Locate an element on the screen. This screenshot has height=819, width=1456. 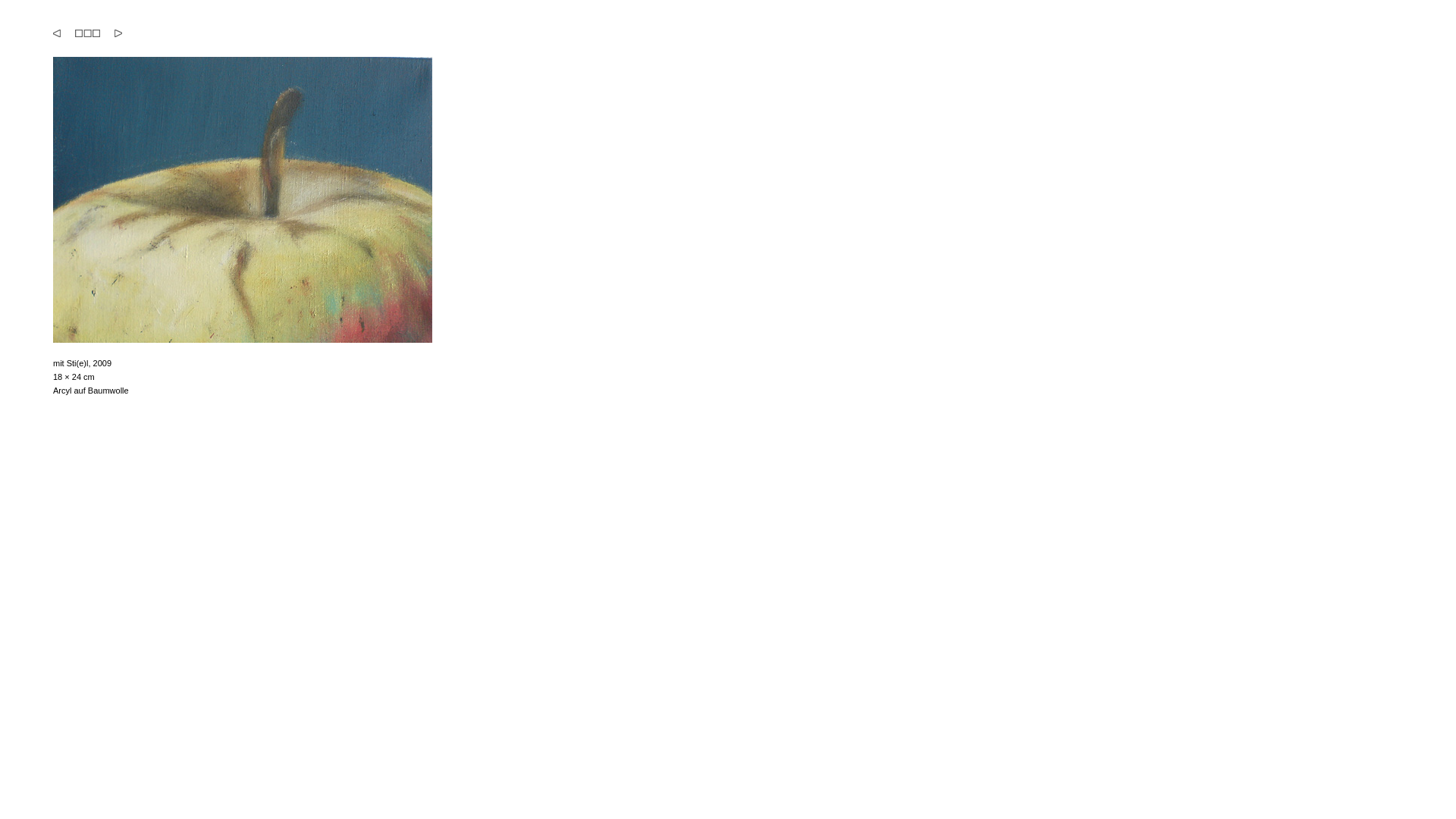
'weiter' is located at coordinates (117, 33).